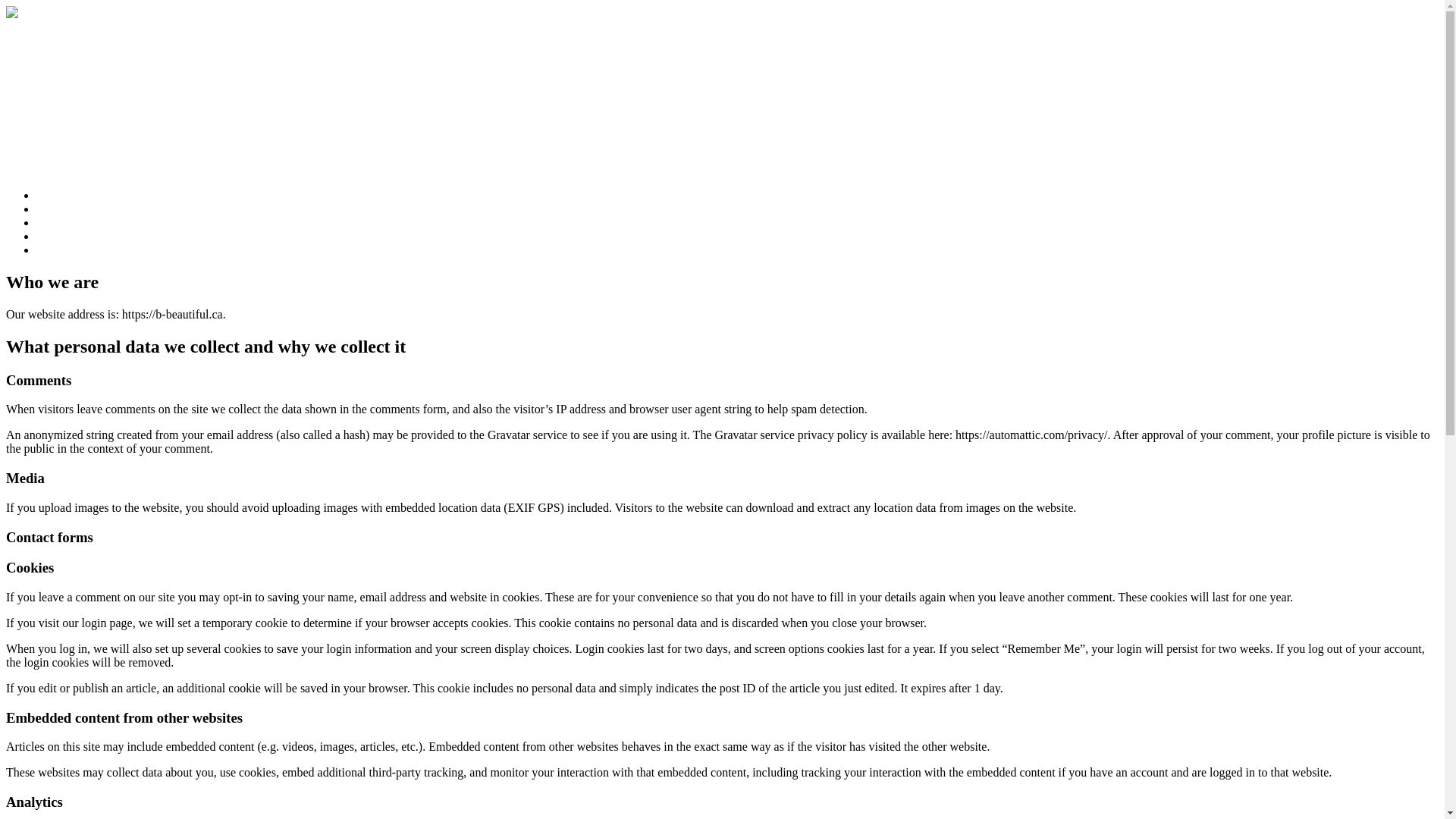 The image size is (1456, 819). Describe the element at coordinates (75, 41) in the screenshot. I see `'Be Beautiful Aesthetics'` at that location.